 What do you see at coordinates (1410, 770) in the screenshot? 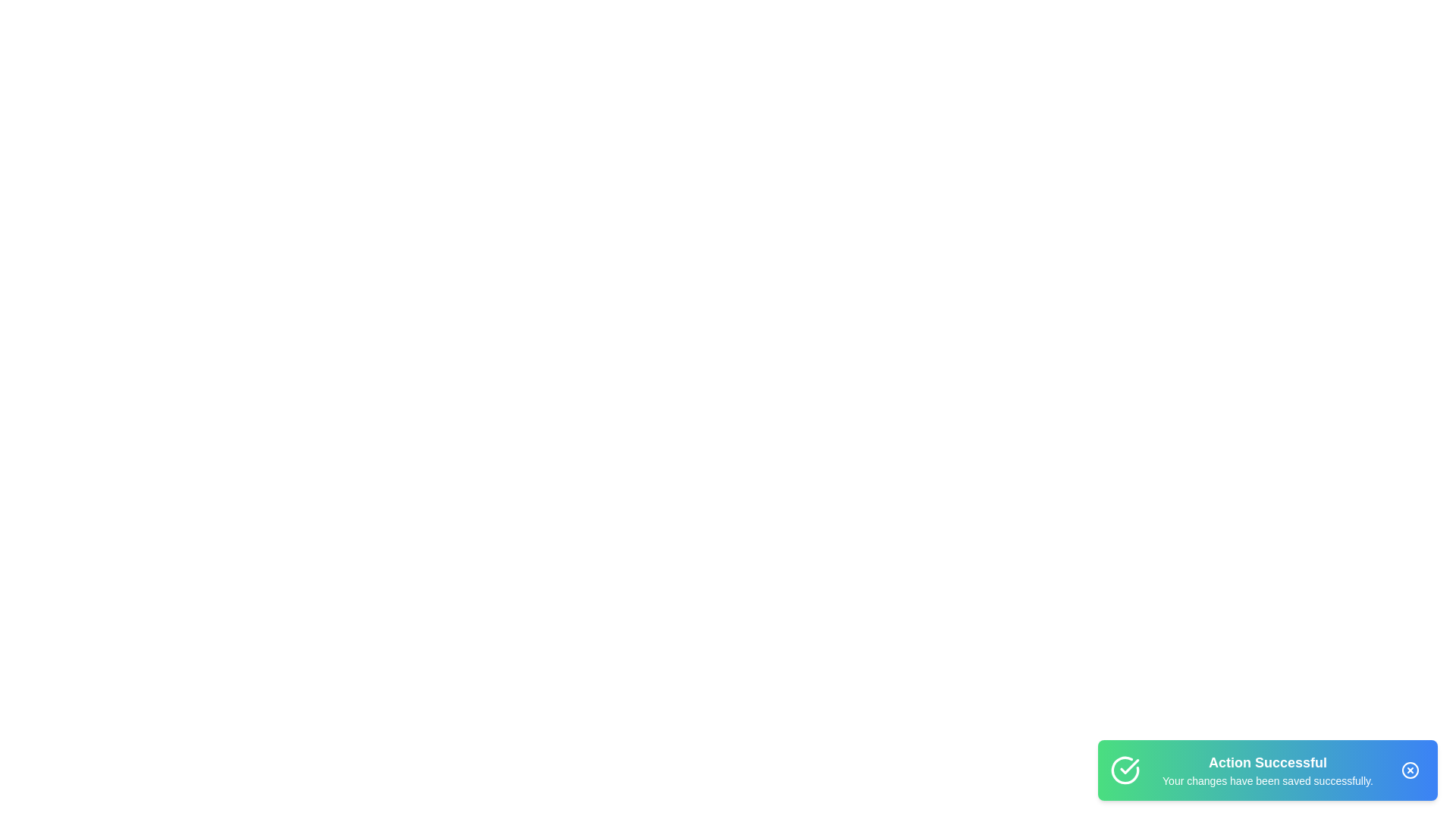
I see `close button on the snackbar to dismiss it` at bounding box center [1410, 770].